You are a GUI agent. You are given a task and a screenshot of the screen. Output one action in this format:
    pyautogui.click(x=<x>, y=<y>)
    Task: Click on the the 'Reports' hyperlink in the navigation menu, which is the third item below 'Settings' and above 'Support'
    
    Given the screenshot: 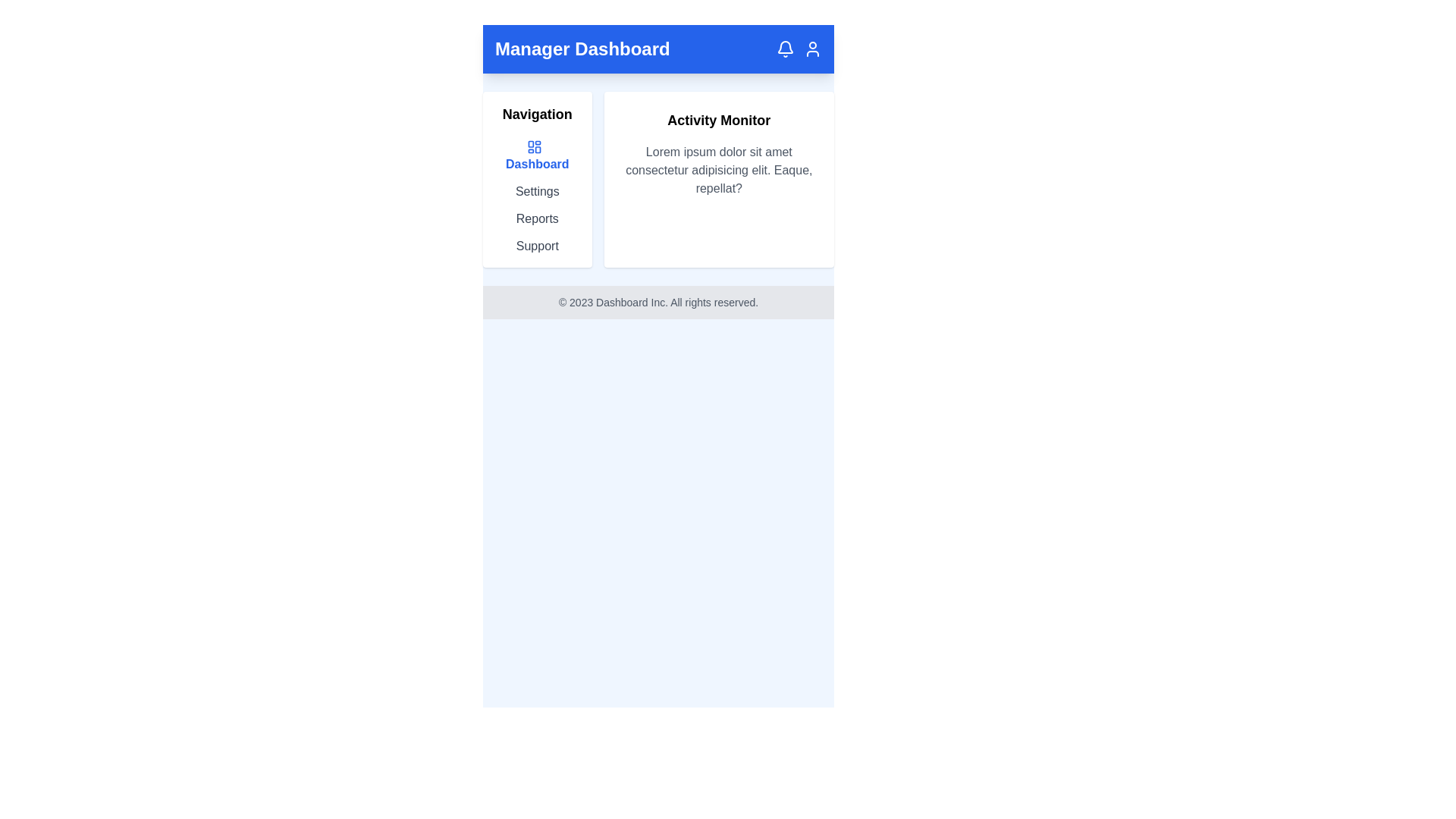 What is the action you would take?
    pyautogui.click(x=537, y=219)
    